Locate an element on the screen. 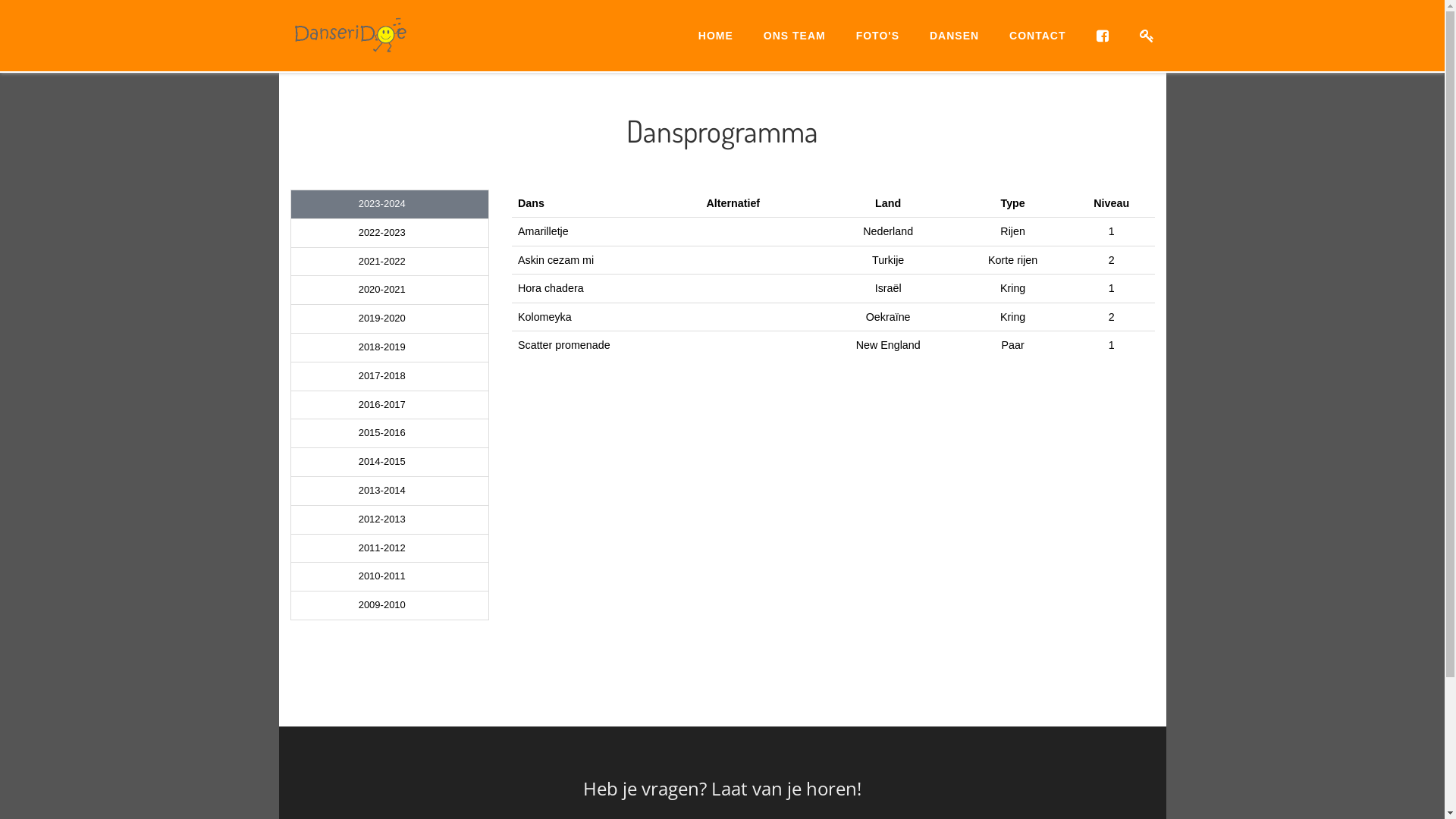 The width and height of the screenshot is (1456, 819). '2020-2021' is located at coordinates (390, 290).